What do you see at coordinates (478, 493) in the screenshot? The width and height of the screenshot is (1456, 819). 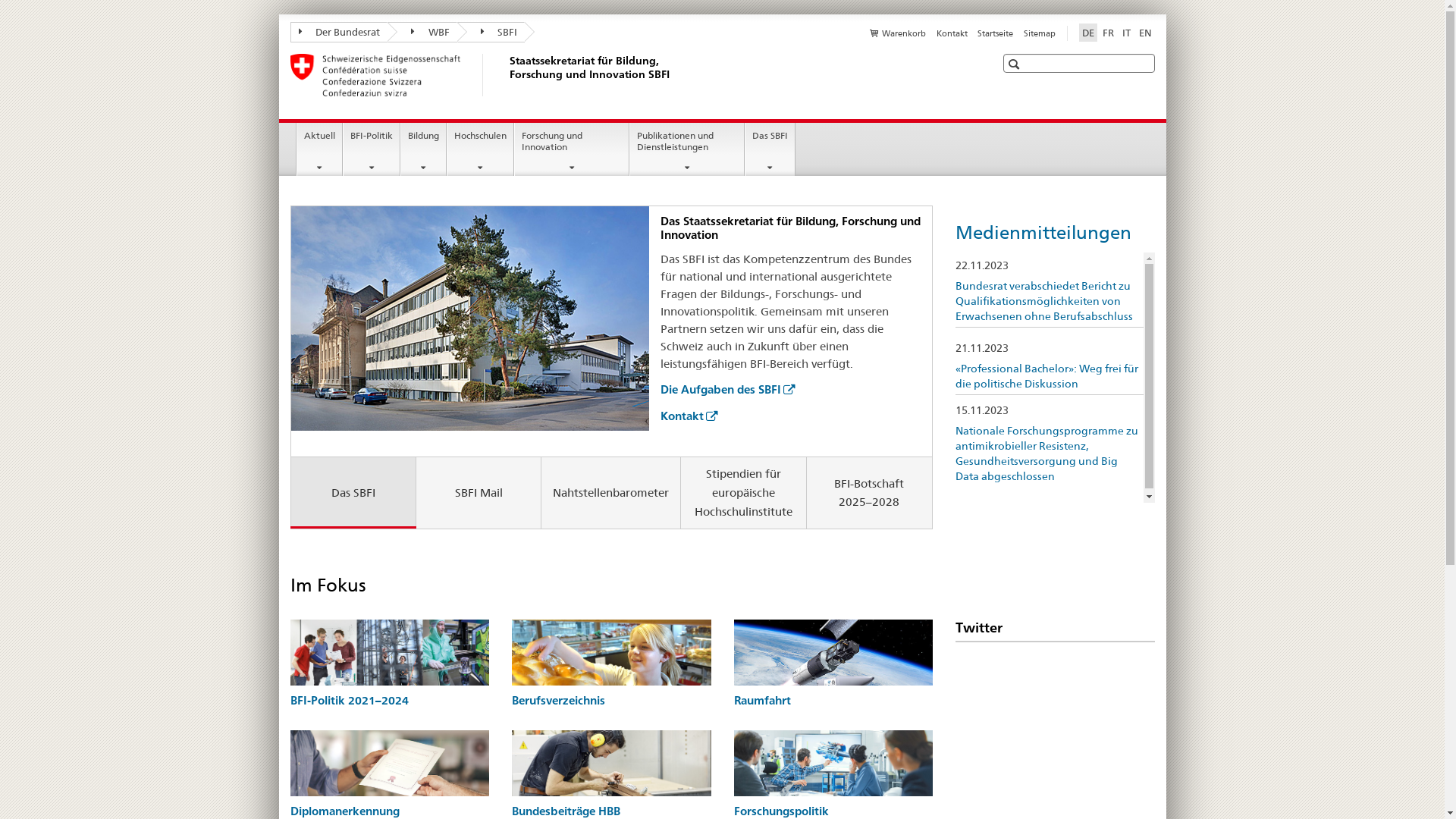 I see `'SBFI Mail'` at bounding box center [478, 493].